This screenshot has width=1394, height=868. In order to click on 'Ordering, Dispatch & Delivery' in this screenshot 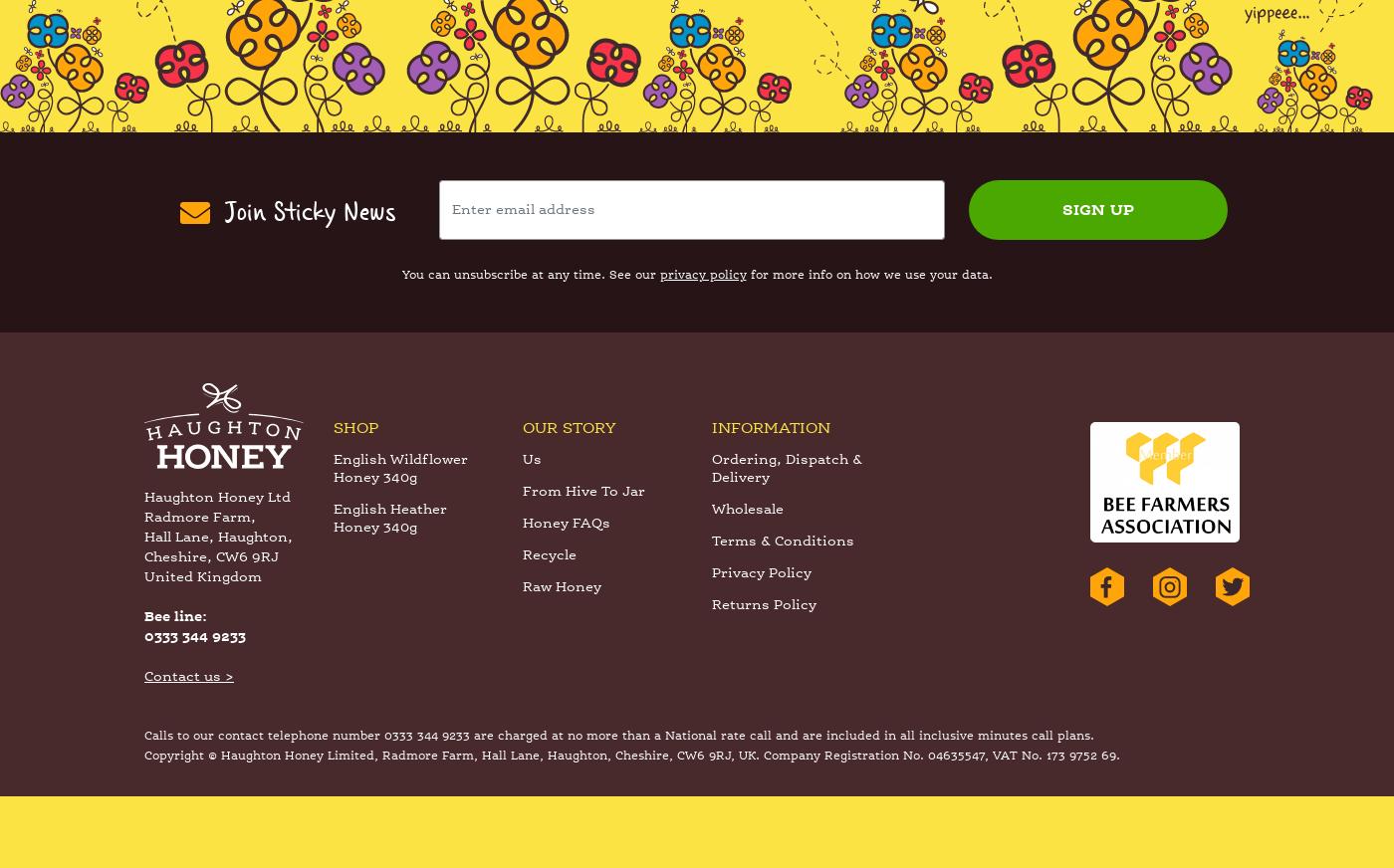, I will do `click(787, 542)`.